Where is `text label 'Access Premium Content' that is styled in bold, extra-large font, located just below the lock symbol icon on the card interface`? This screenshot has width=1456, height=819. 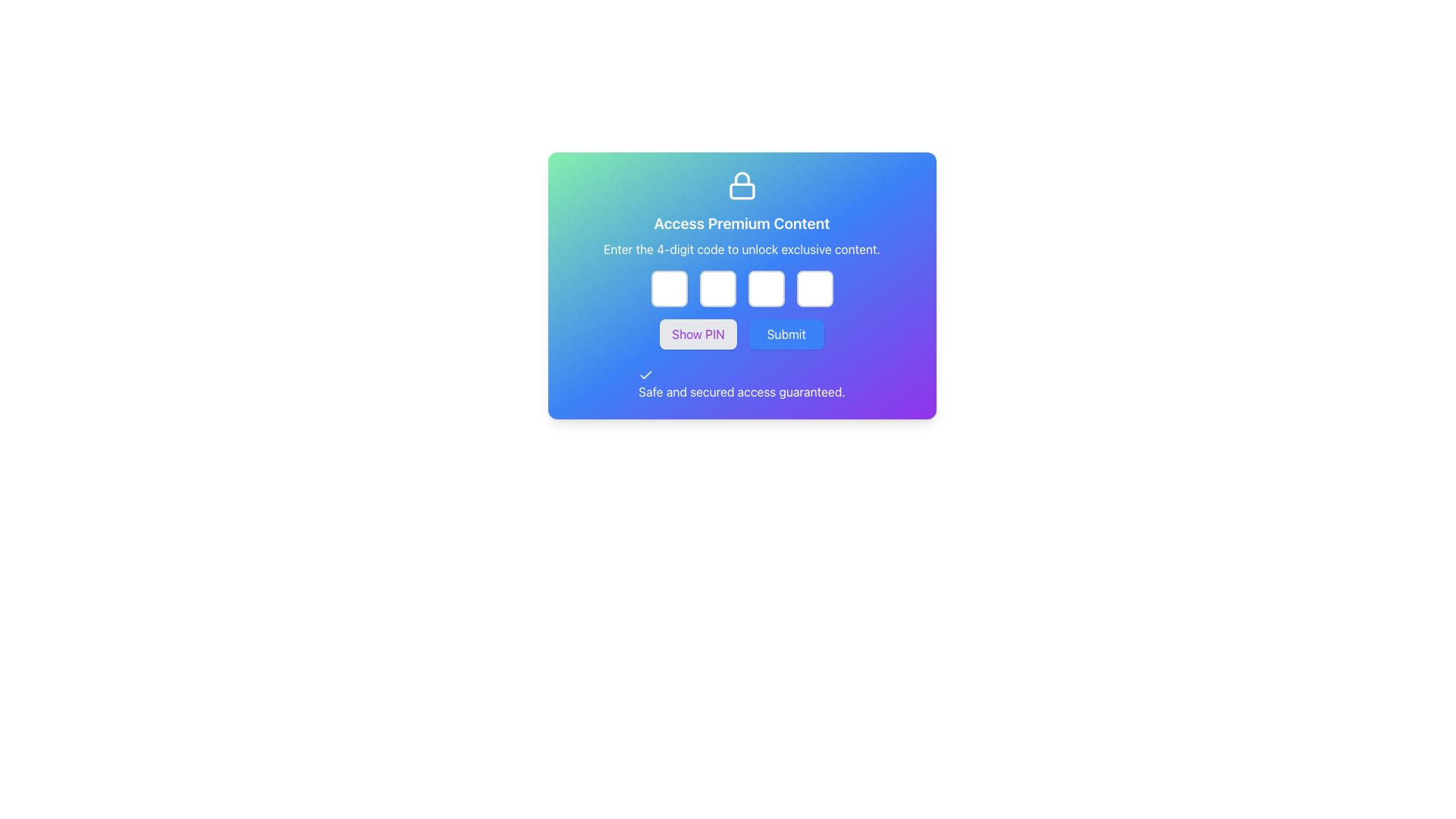 text label 'Access Premium Content' that is styled in bold, extra-large font, located just below the lock symbol icon on the card interface is located at coordinates (742, 223).